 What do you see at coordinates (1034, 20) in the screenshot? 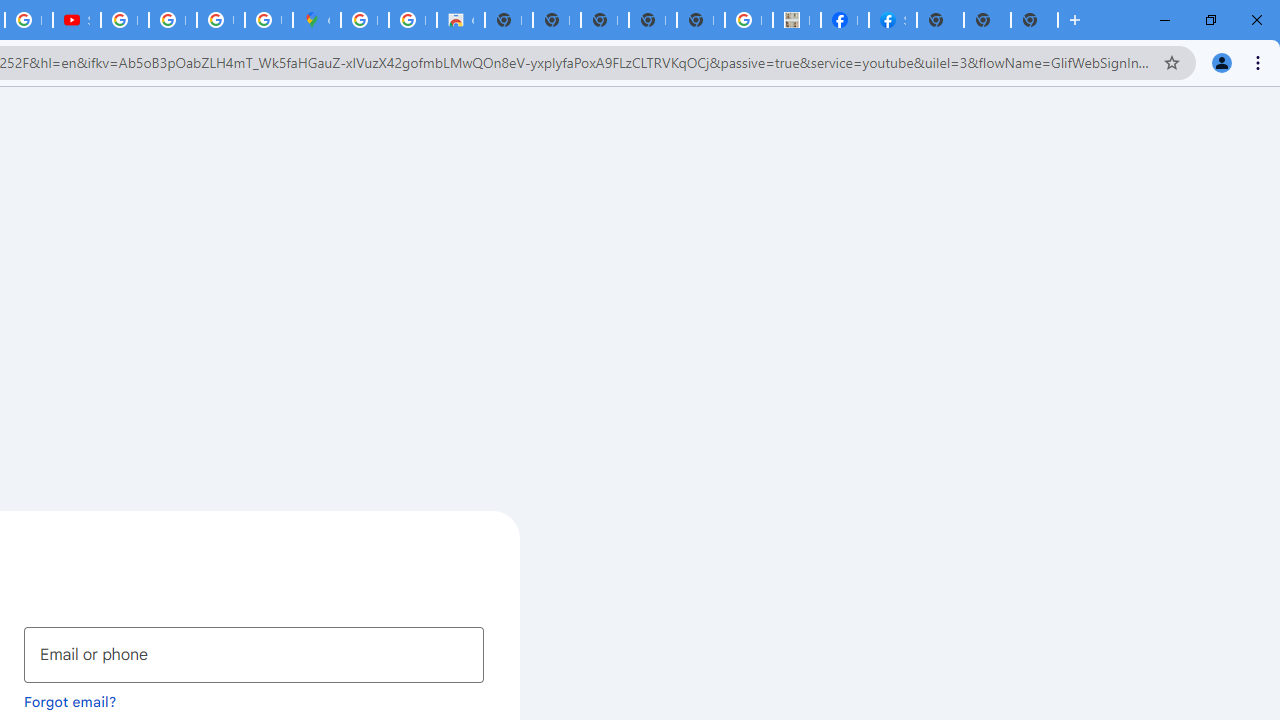
I see `'New Tab'` at bounding box center [1034, 20].